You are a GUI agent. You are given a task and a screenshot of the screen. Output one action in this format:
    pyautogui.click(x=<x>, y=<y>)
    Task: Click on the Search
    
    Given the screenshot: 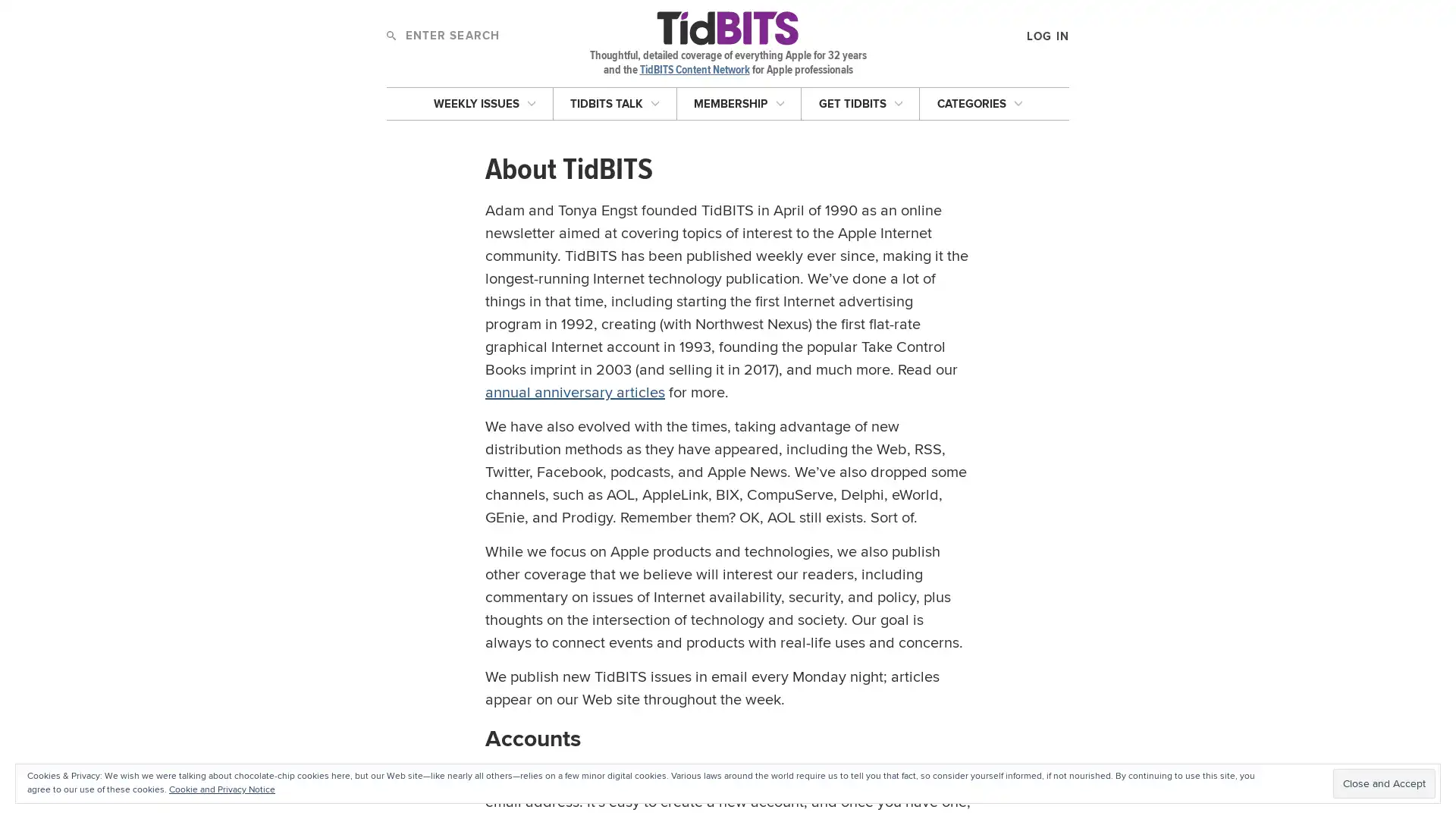 What is the action you would take?
    pyautogui.click(x=391, y=34)
    